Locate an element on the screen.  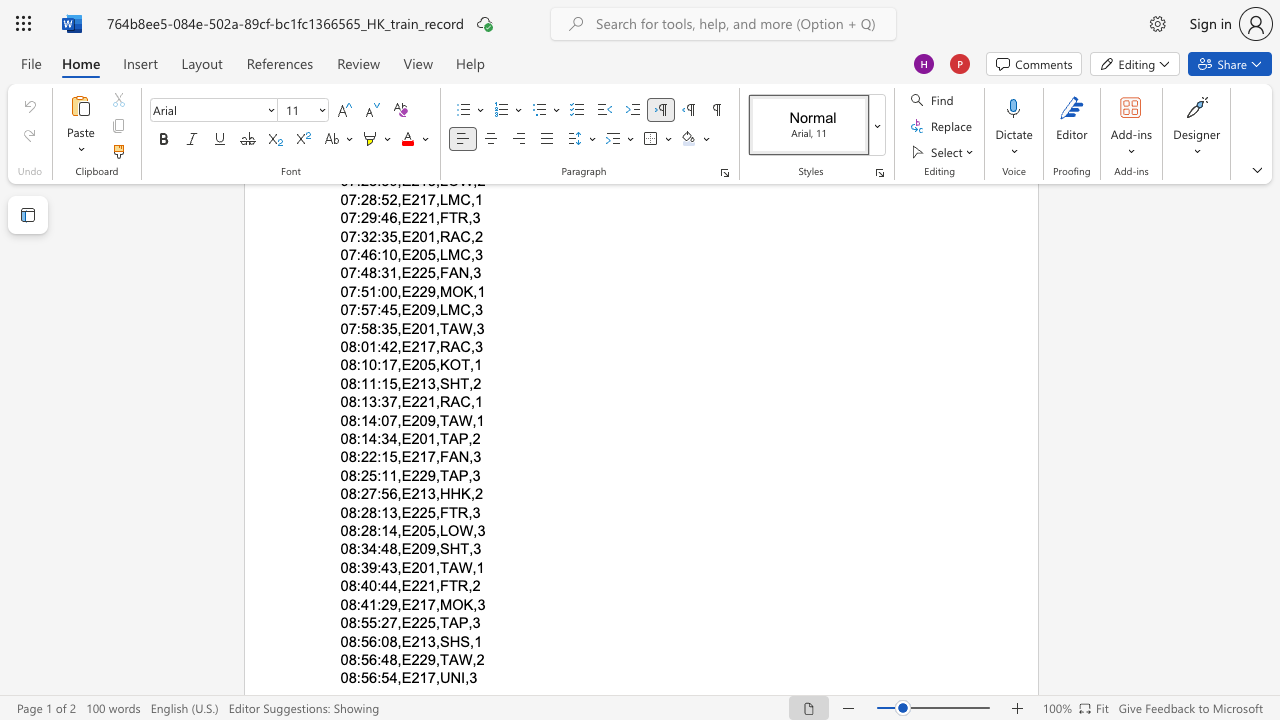
the subset text "8:56:48,E229,TAW,2" within the text "08:56:48,E229,TAW,2" is located at coordinates (348, 659).